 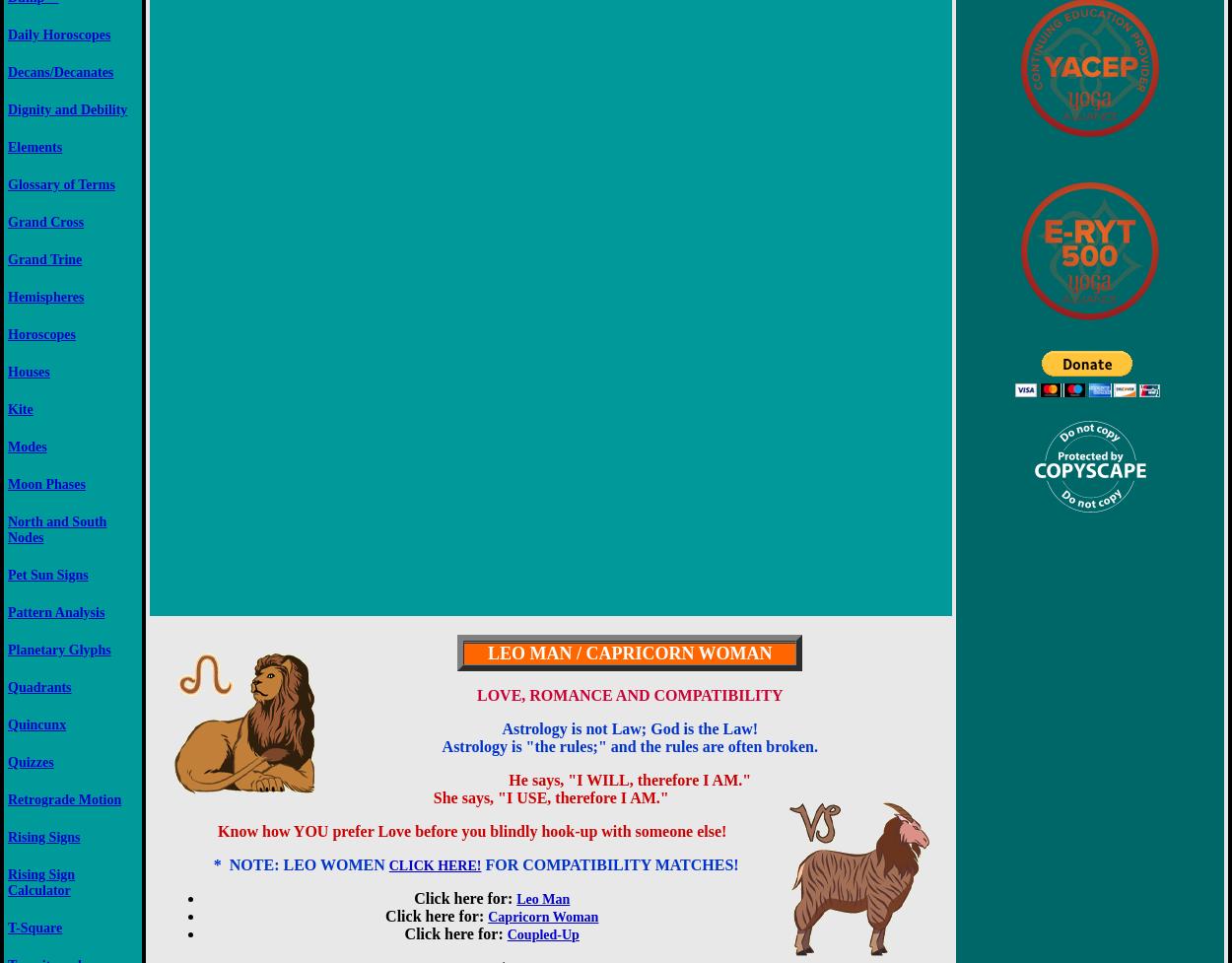 I want to click on 'T-Square', so click(x=34, y=926).